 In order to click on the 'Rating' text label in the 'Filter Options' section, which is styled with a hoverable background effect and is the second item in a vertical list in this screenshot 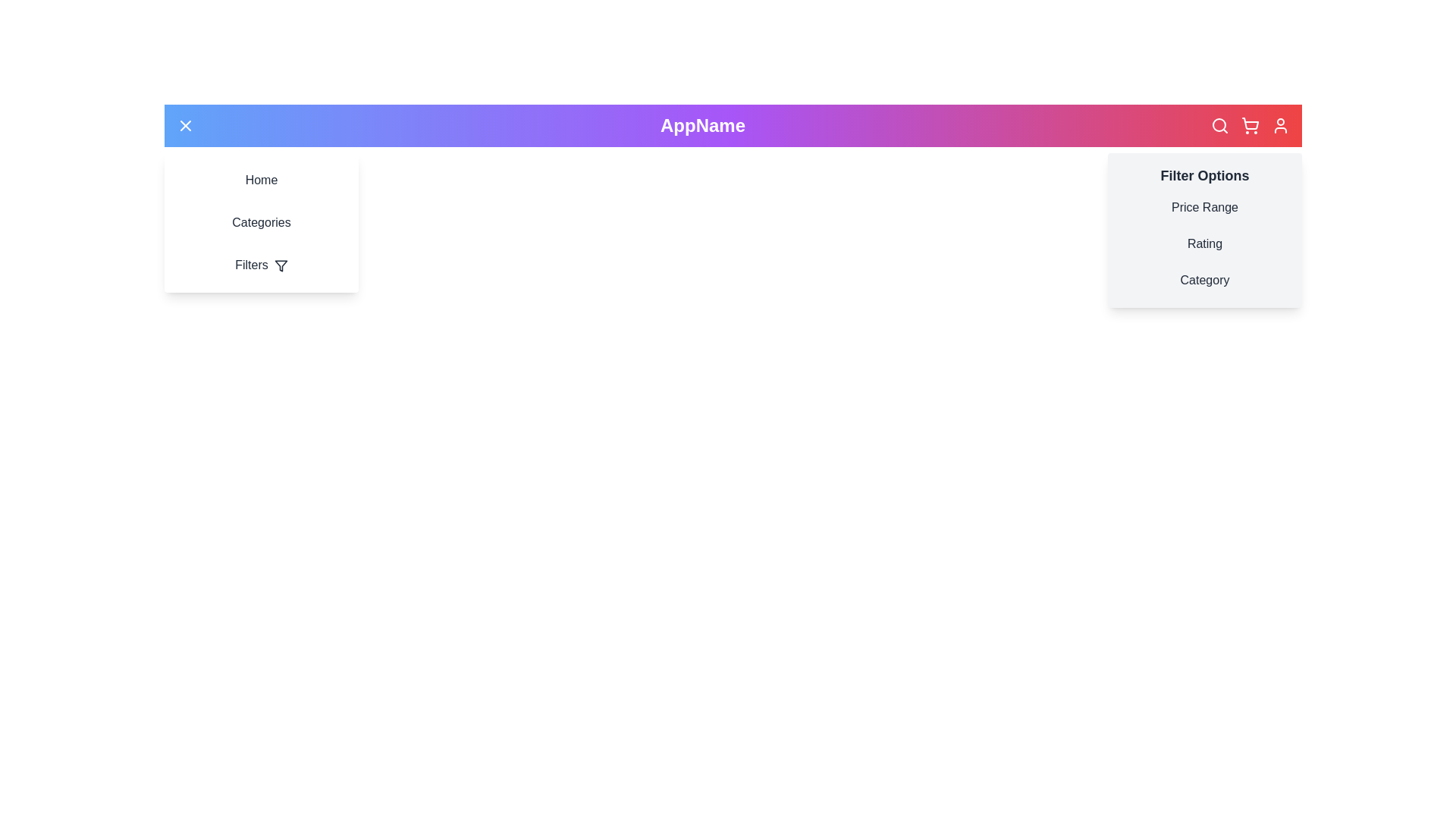, I will do `click(1203, 243)`.